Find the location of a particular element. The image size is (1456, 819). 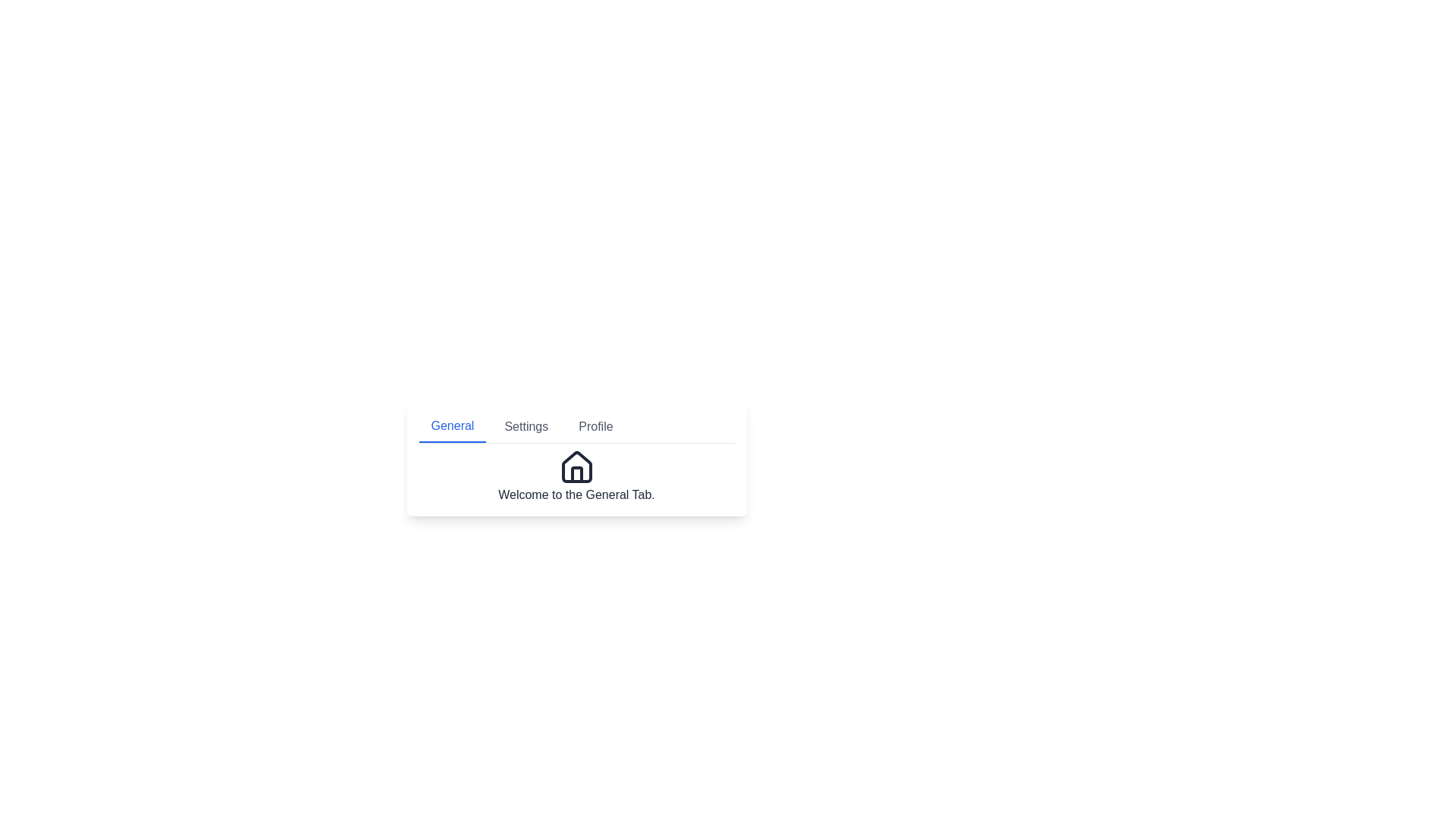

the 'Settings' tab, which is the second tab in the tab list is located at coordinates (526, 427).